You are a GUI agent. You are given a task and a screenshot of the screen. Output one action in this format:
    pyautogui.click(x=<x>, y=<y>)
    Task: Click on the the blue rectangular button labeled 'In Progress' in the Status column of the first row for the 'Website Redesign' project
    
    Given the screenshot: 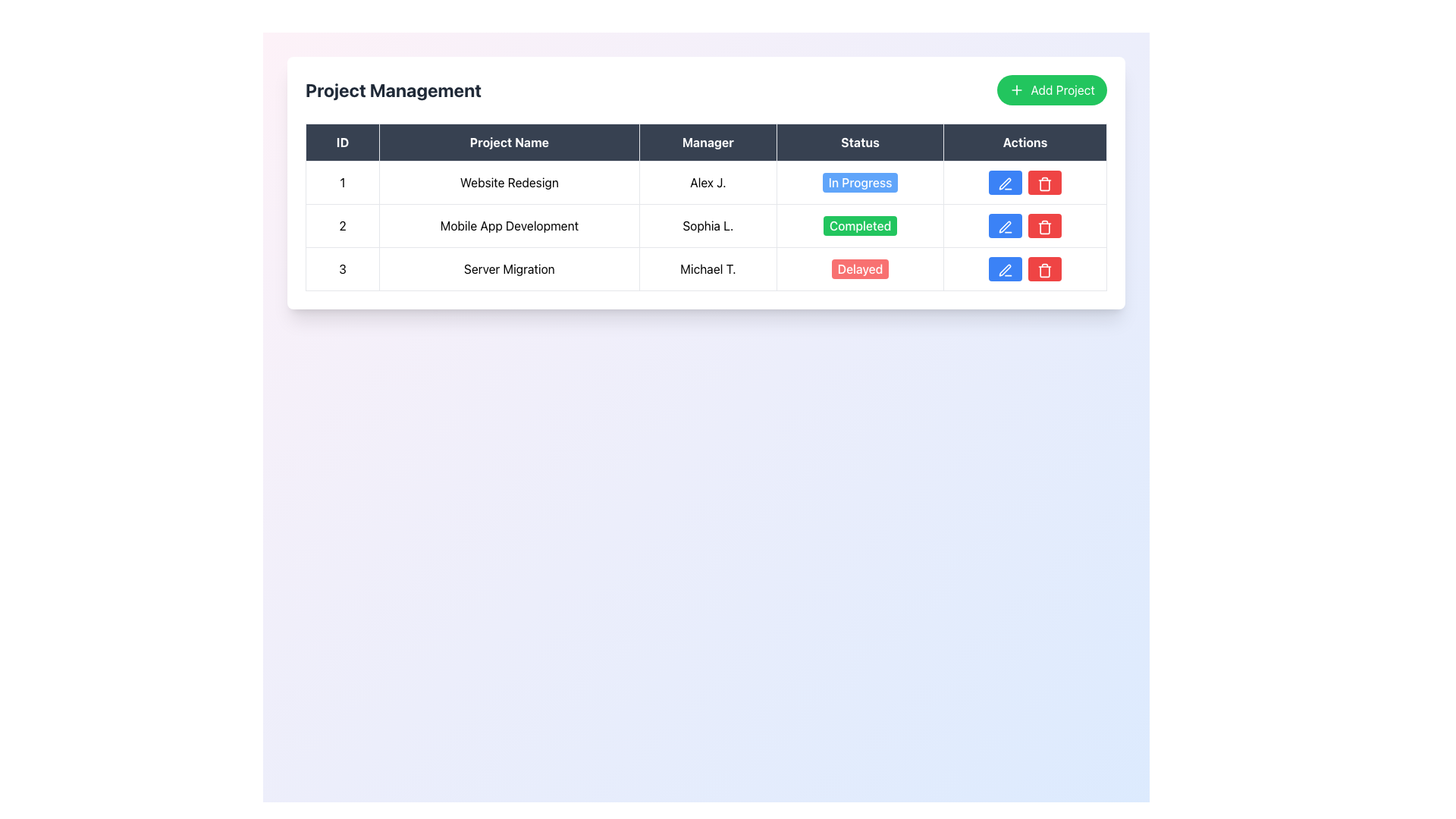 What is the action you would take?
    pyautogui.click(x=860, y=181)
    